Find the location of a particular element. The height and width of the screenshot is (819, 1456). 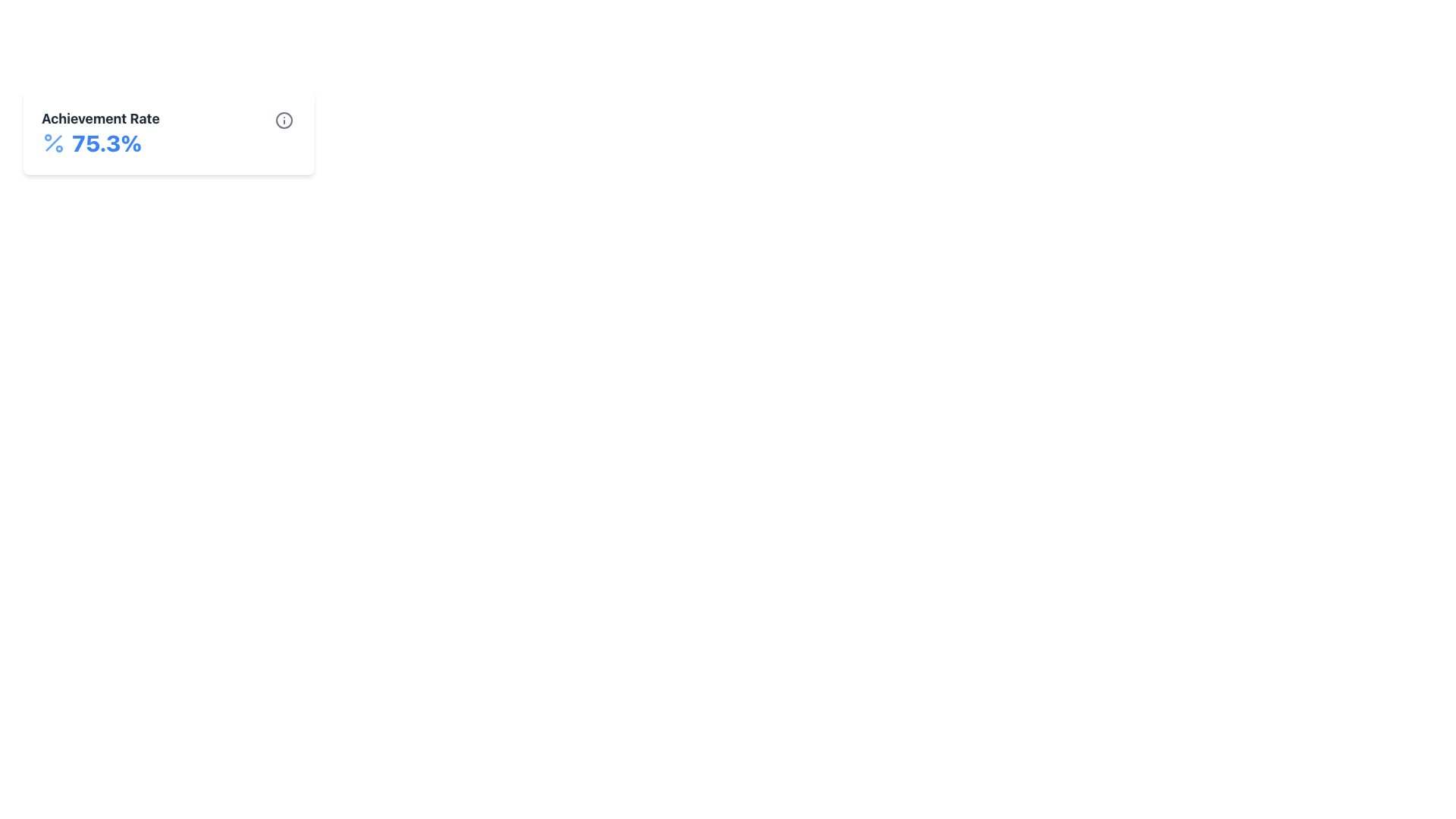

the 'Achievement Rate' text display element that shows the percentage value '75.3%' is located at coordinates (99, 131).